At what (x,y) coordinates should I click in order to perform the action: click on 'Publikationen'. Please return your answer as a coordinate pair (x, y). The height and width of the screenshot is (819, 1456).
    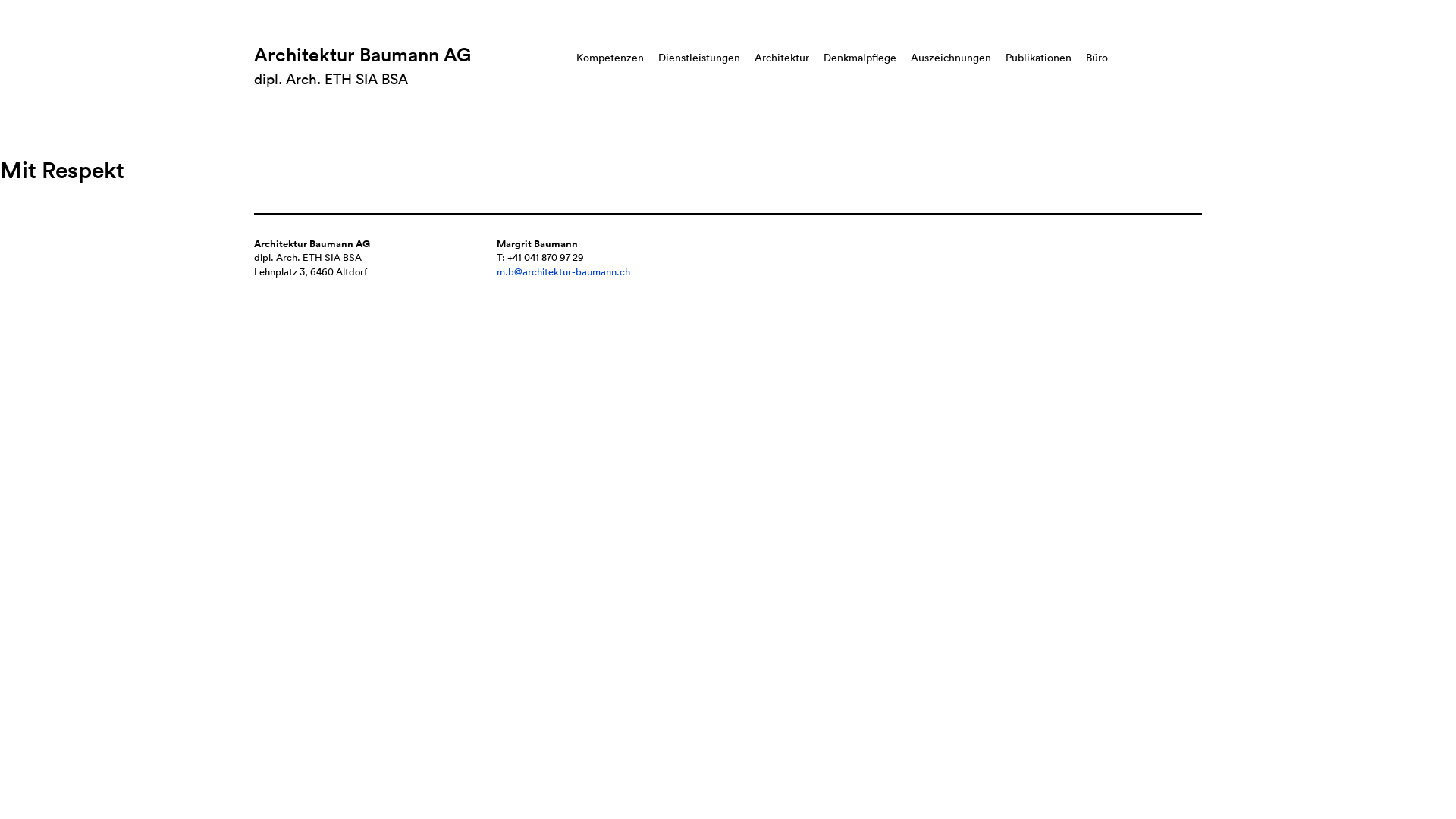
    Looking at the image, I should click on (1037, 57).